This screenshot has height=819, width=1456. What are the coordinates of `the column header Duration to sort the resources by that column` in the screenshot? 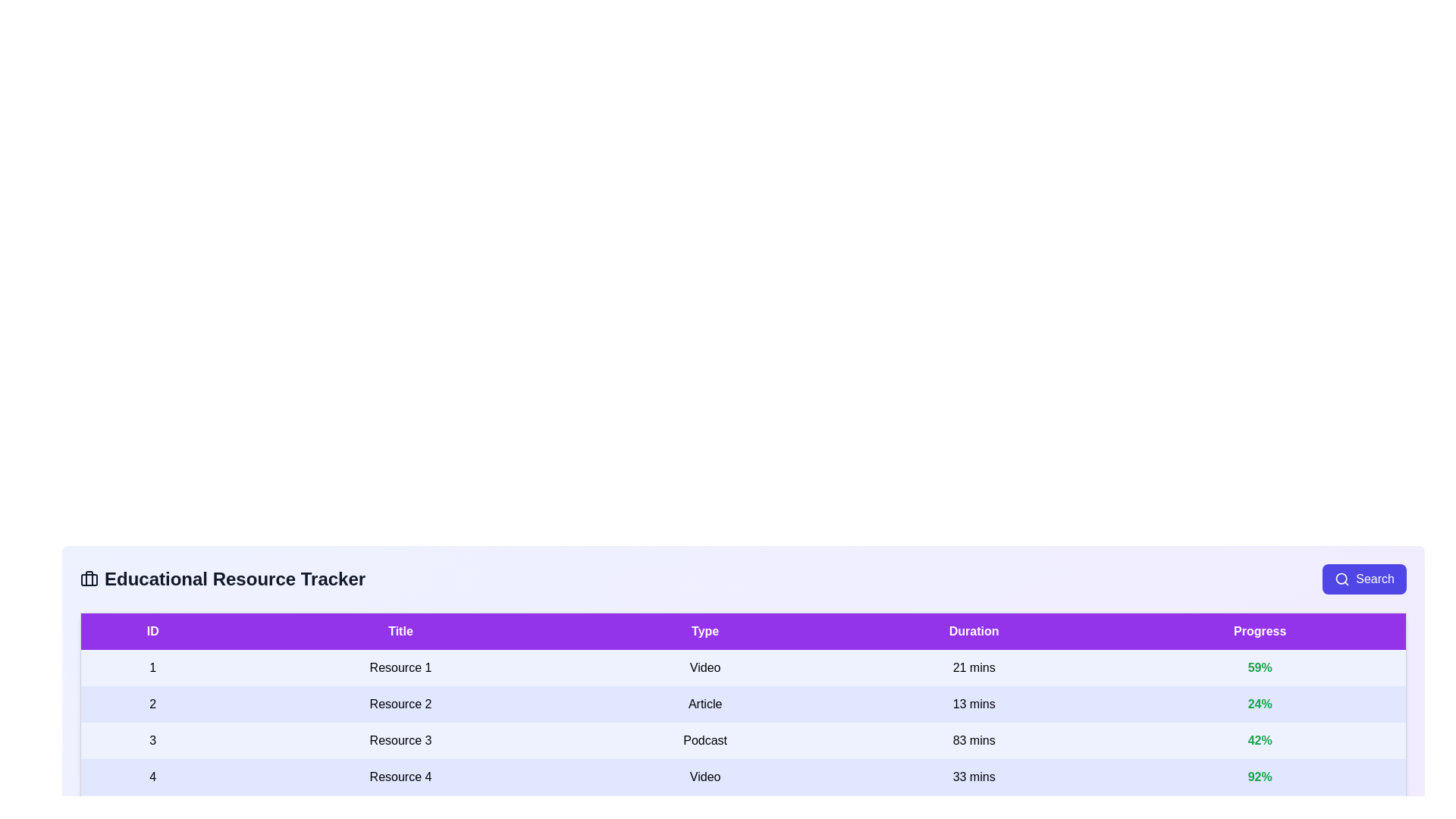 It's located at (974, 631).